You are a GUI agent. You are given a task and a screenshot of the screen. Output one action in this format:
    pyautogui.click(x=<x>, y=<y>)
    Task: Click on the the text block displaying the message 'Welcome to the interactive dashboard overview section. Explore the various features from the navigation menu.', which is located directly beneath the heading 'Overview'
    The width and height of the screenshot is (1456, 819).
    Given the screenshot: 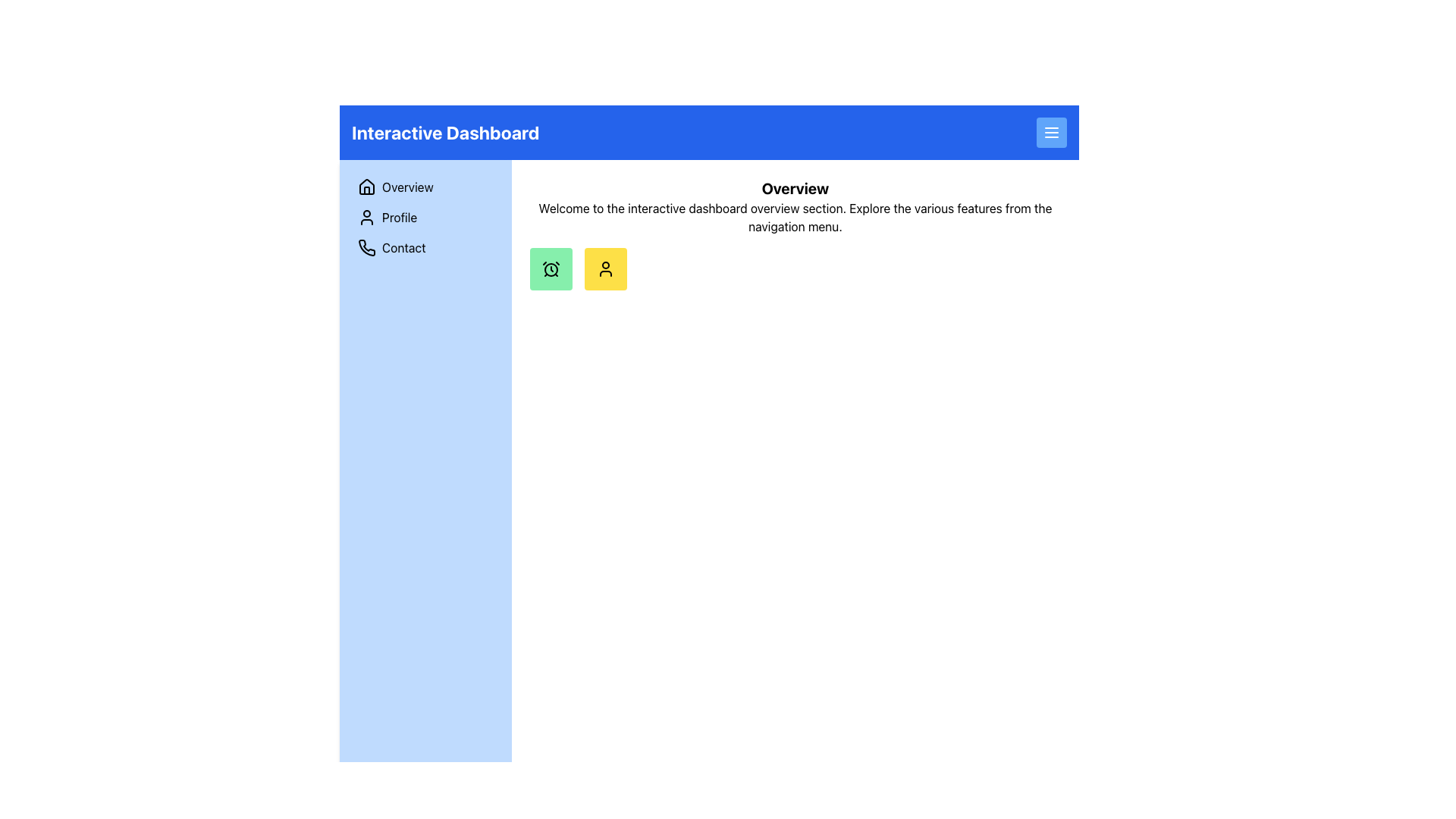 What is the action you would take?
    pyautogui.click(x=794, y=217)
    